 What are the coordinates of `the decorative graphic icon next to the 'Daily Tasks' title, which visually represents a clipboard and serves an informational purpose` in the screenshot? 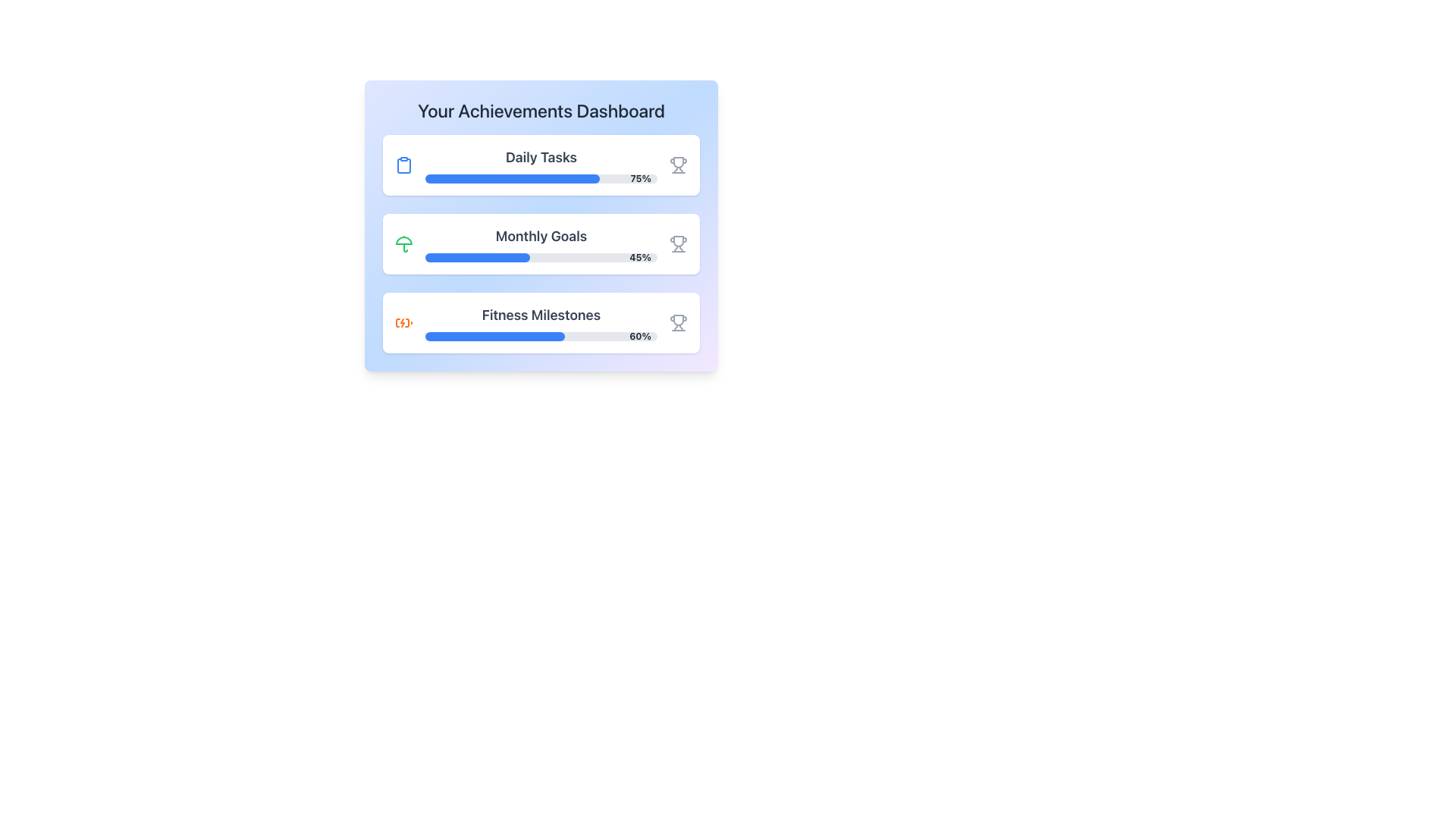 It's located at (403, 166).